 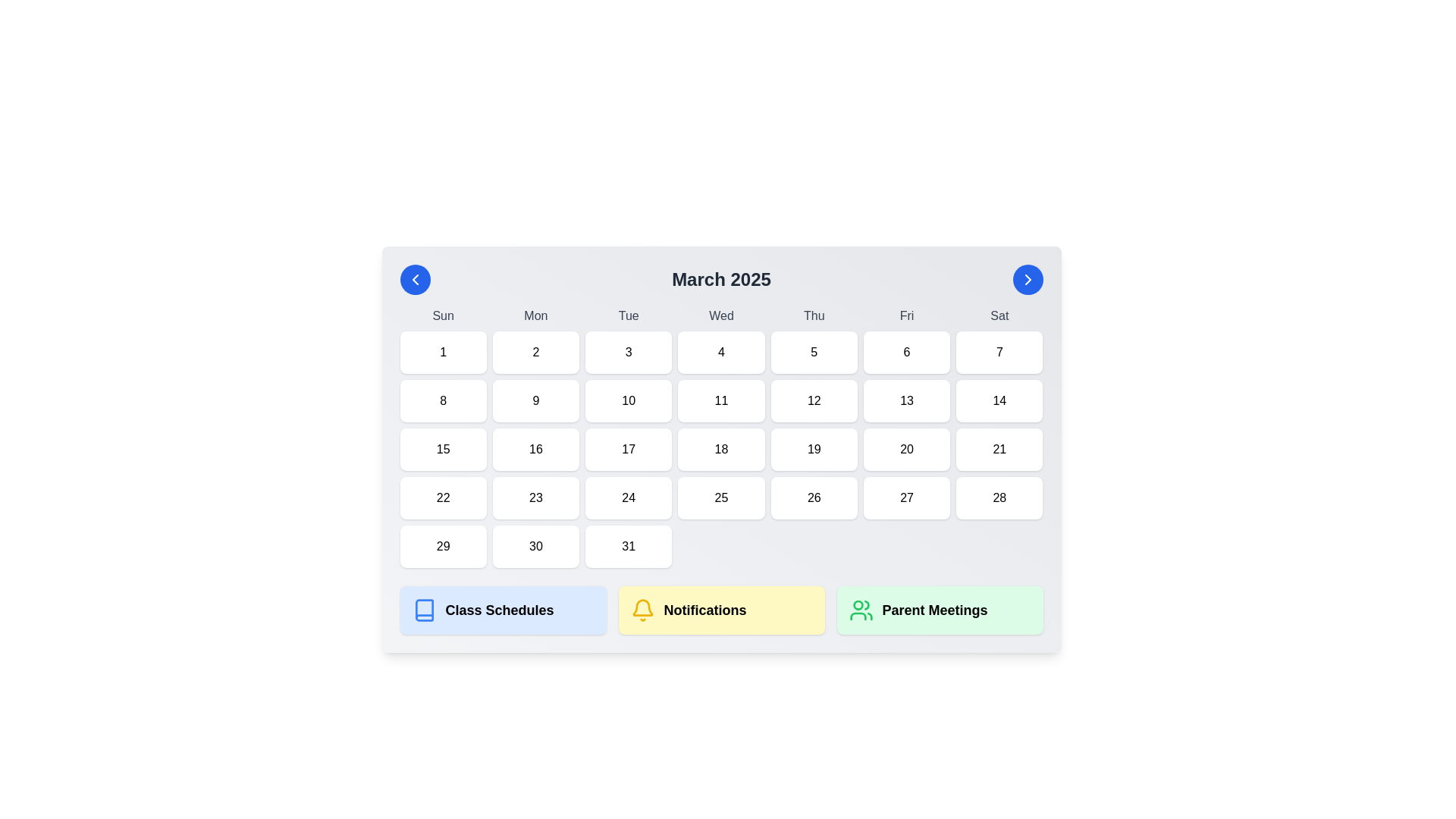 I want to click on the Date tile displaying the number '24' in the calendar grid, located in the fourth row and third column beneath 'Tue', so click(x=629, y=497).